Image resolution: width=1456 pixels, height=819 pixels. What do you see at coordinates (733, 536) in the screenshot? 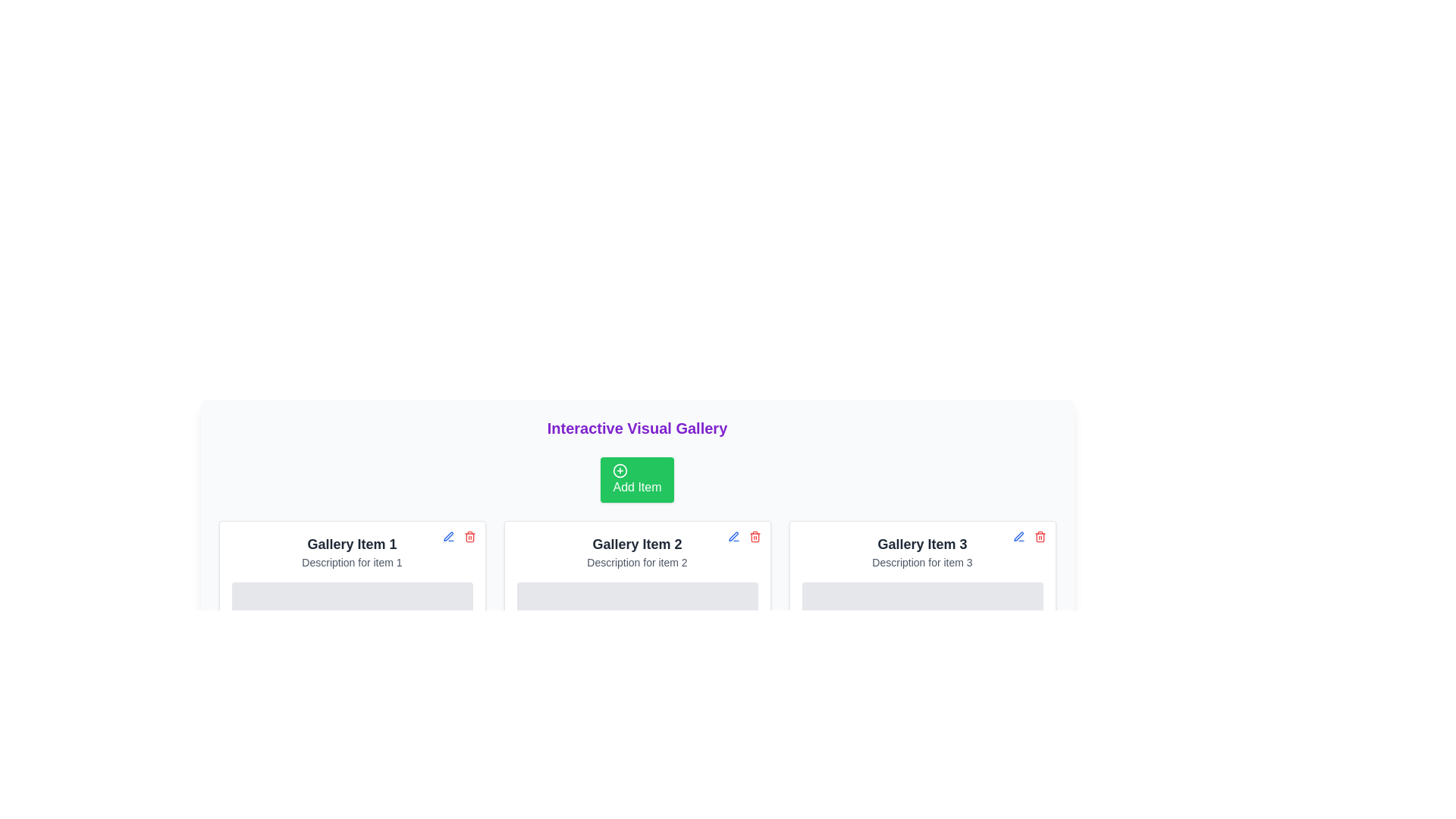
I see `the edit button located within the second gallery item (Gallery Item 2), positioned to the left of the trash can icon` at bounding box center [733, 536].